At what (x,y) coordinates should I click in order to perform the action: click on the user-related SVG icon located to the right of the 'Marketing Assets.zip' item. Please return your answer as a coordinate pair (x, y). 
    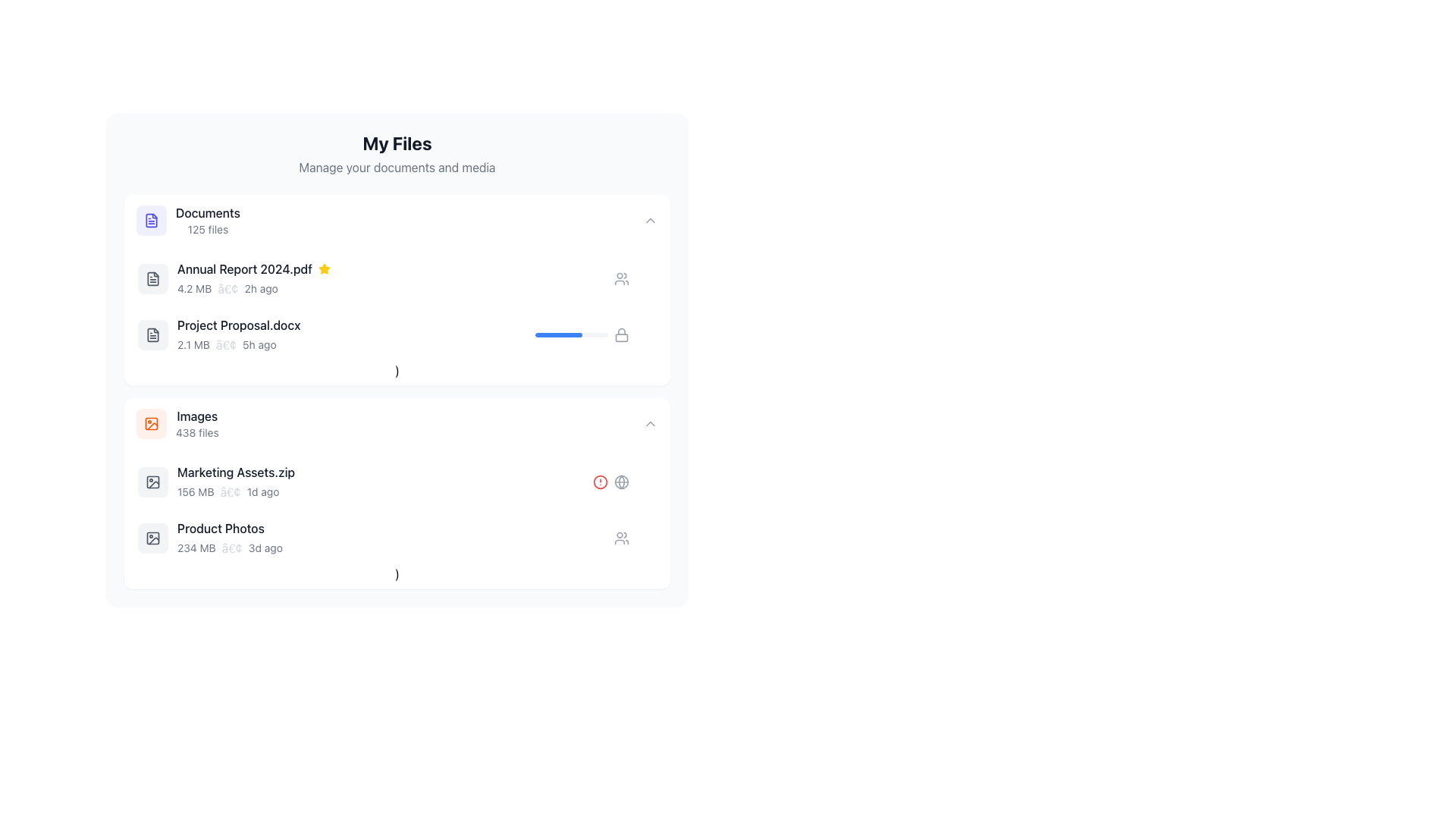
    Looking at the image, I should click on (622, 278).